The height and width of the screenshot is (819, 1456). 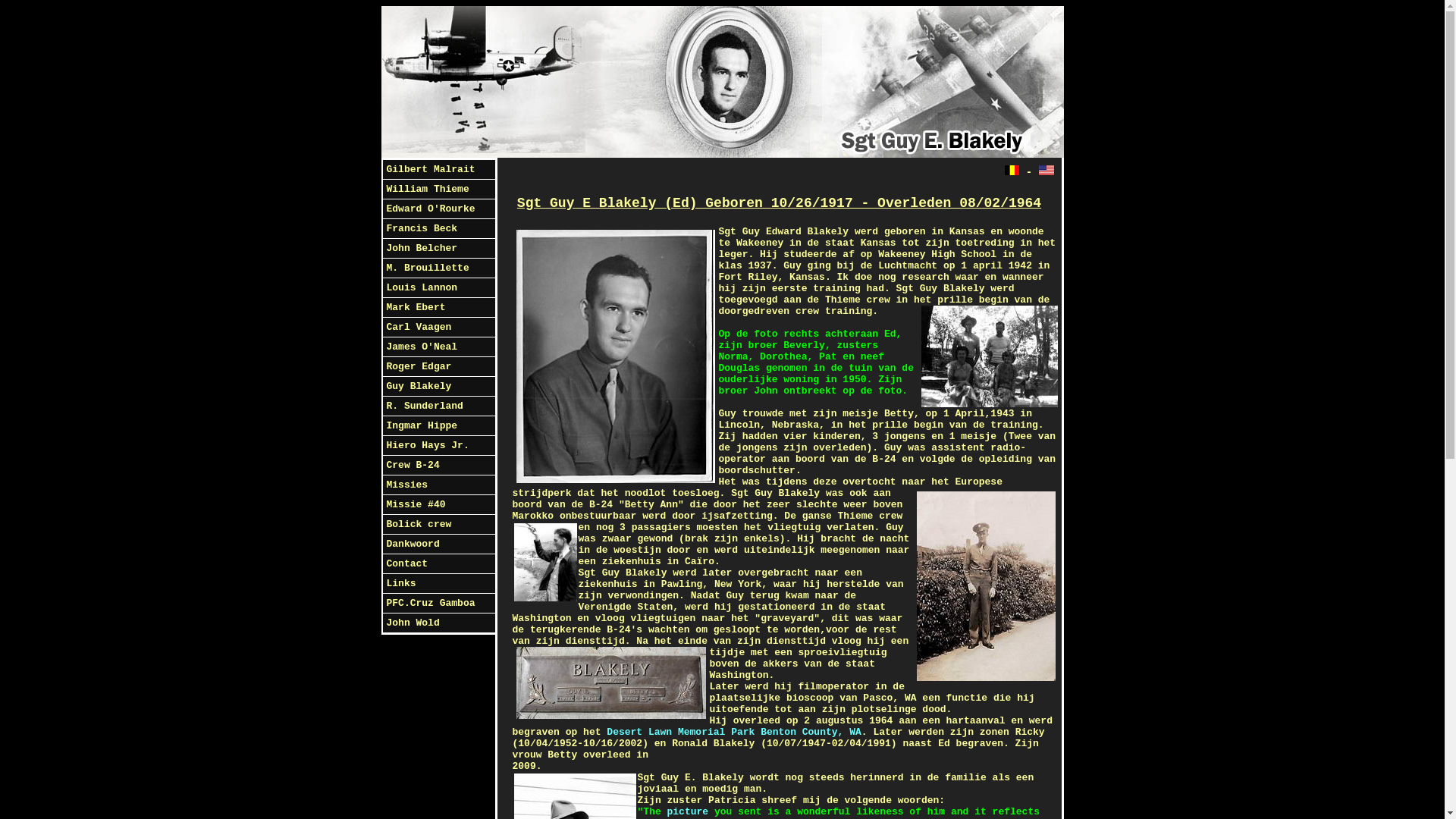 I want to click on 'R. Sunderland', so click(x=382, y=406).